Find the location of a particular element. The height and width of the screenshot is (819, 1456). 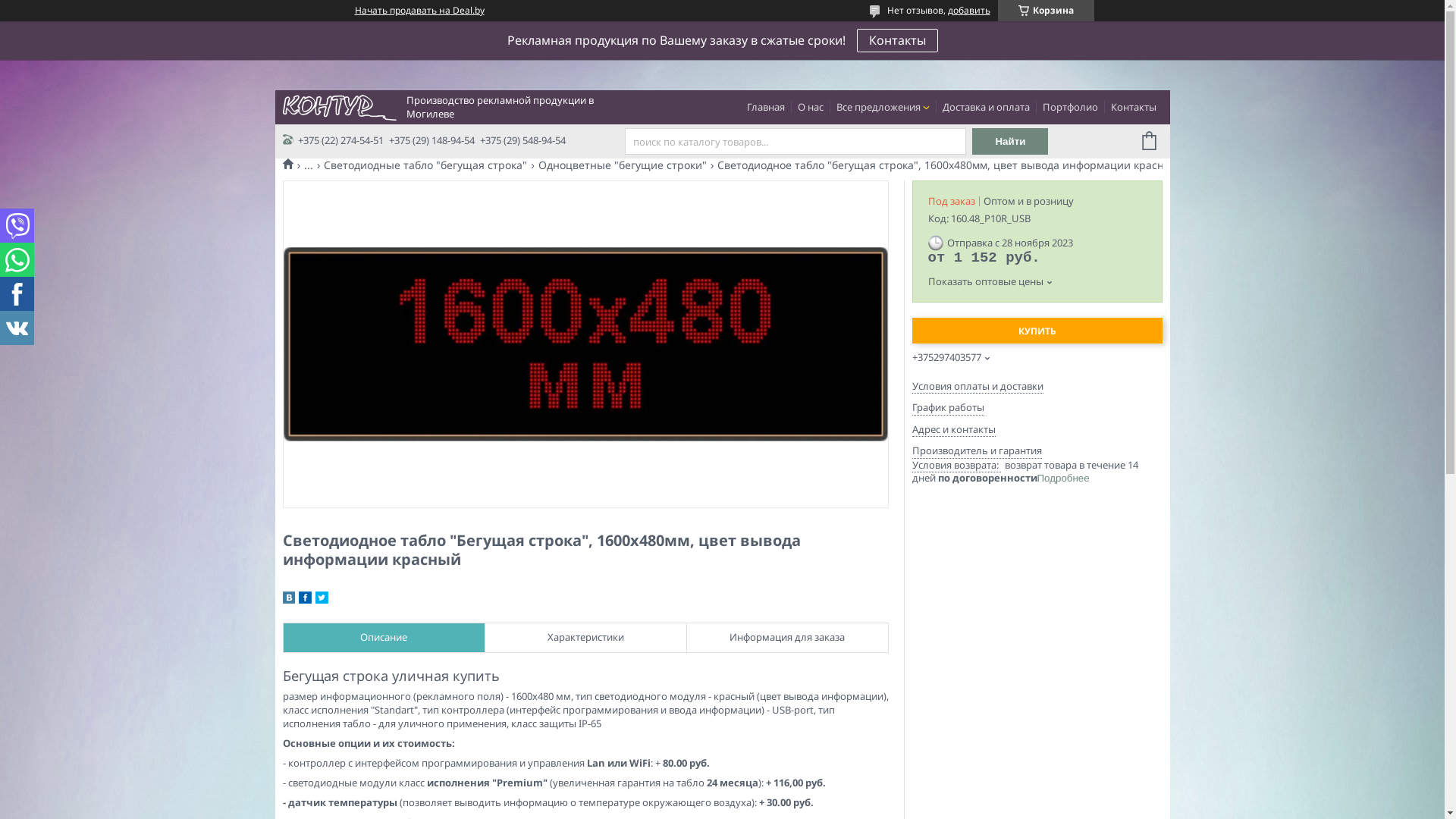

'facebook' is located at coordinates (304, 598).